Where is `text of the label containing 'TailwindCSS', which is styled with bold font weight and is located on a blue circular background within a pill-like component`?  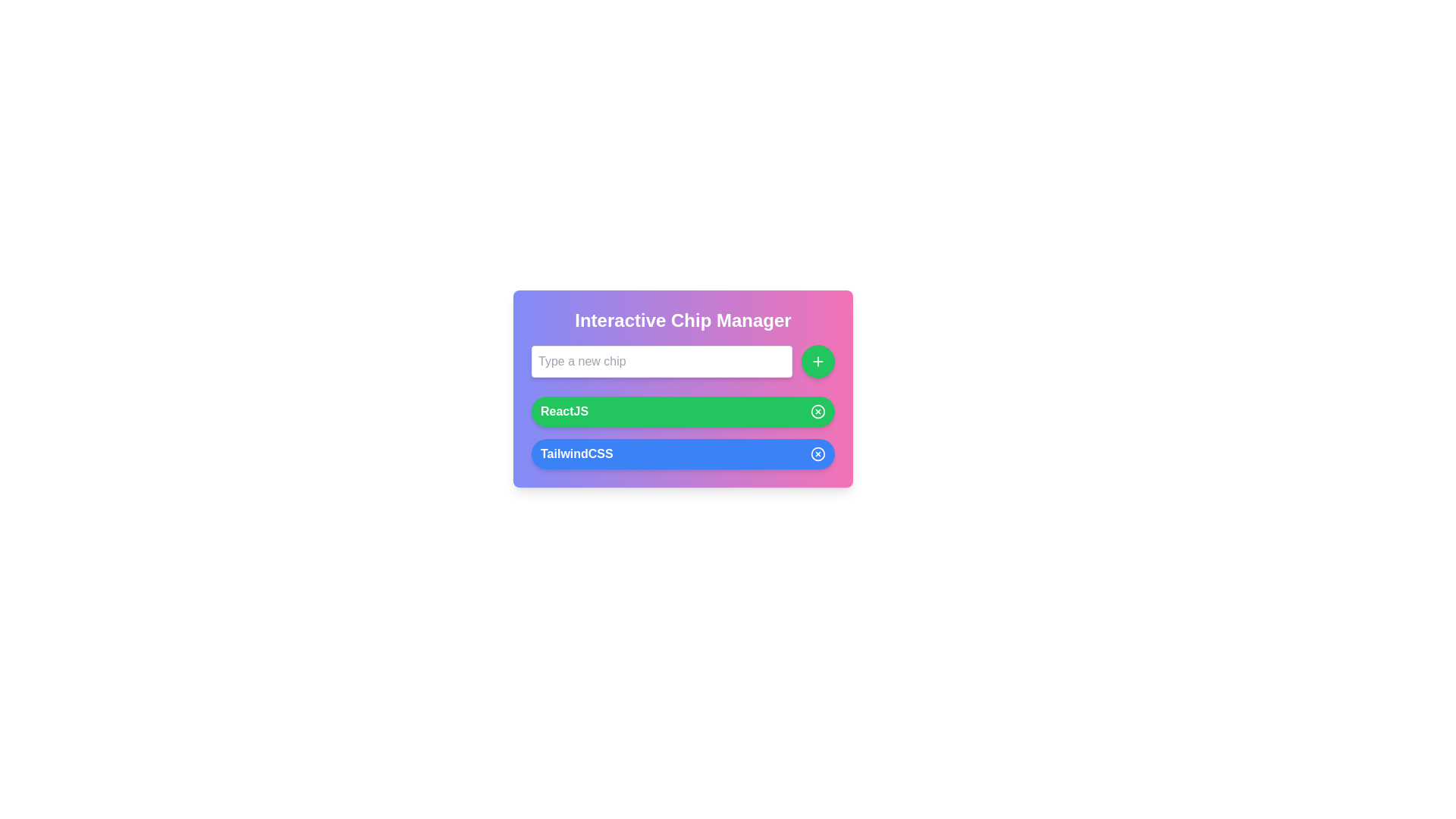 text of the label containing 'TailwindCSS', which is styled with bold font weight and is located on a blue circular background within a pill-like component is located at coordinates (576, 453).